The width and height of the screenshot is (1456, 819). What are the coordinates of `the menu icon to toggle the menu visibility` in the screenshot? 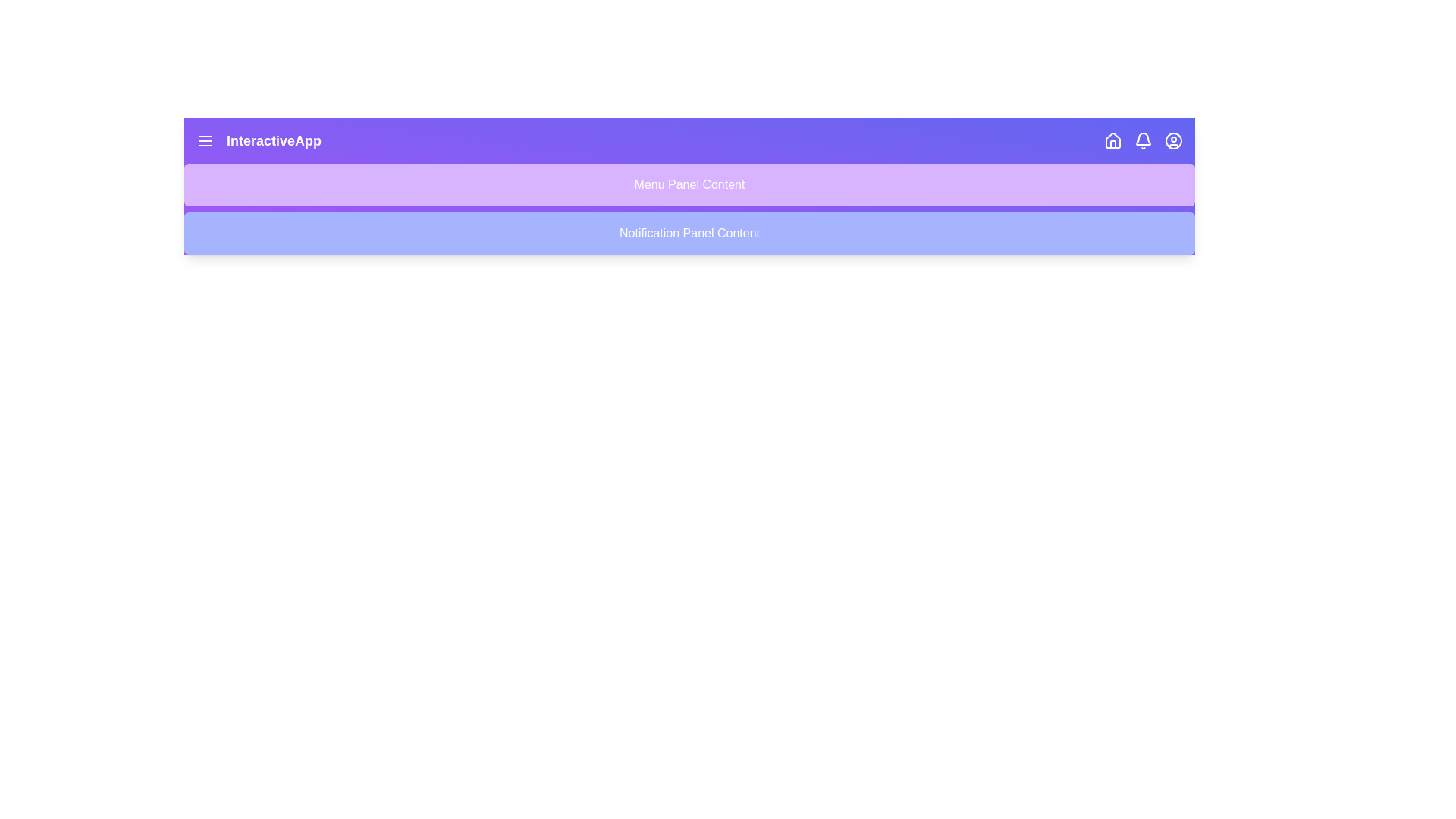 It's located at (204, 140).